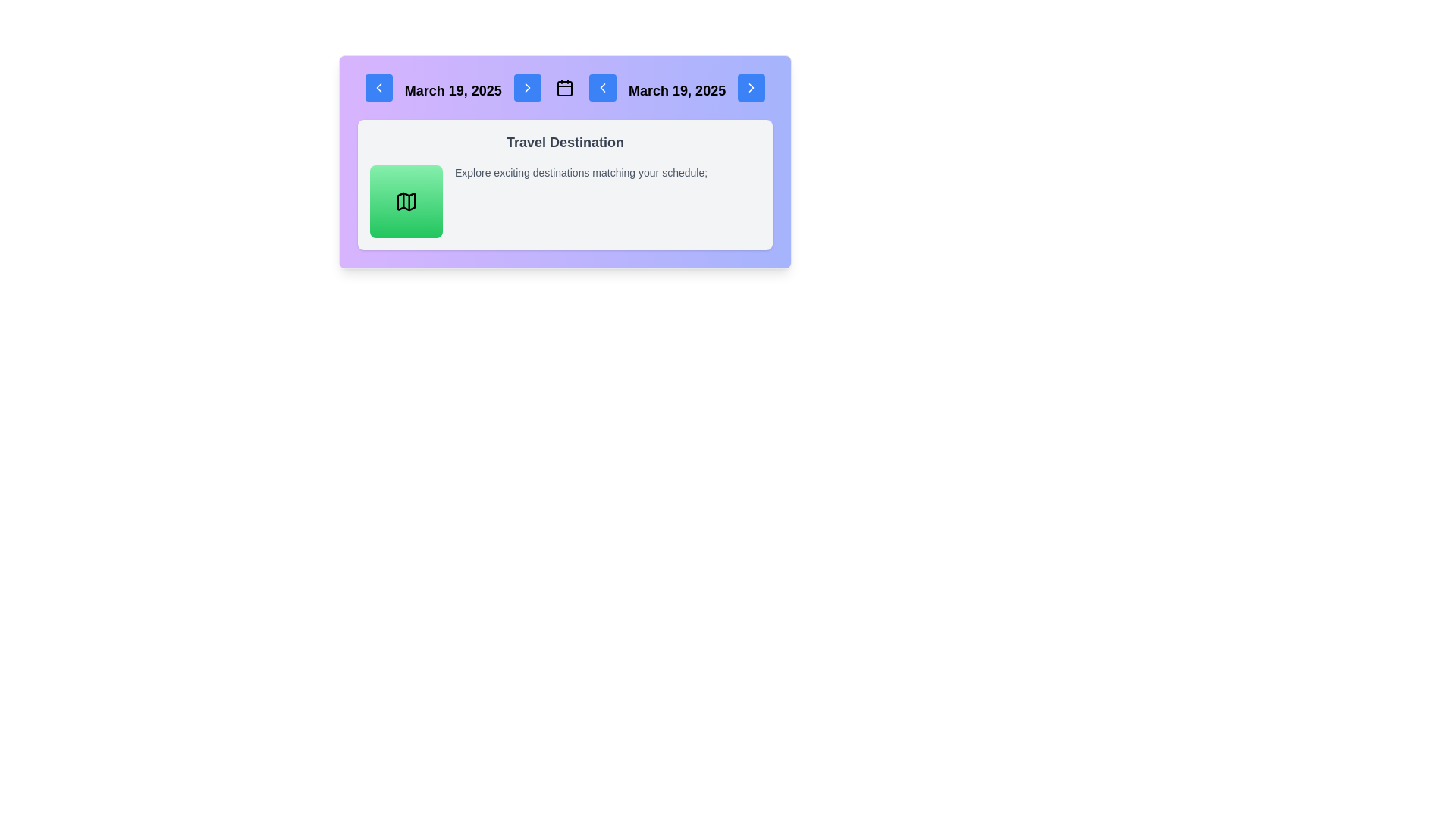  What do you see at coordinates (564, 87) in the screenshot?
I see `the calendar icon located between the dates 'March 19, 2025'` at bounding box center [564, 87].